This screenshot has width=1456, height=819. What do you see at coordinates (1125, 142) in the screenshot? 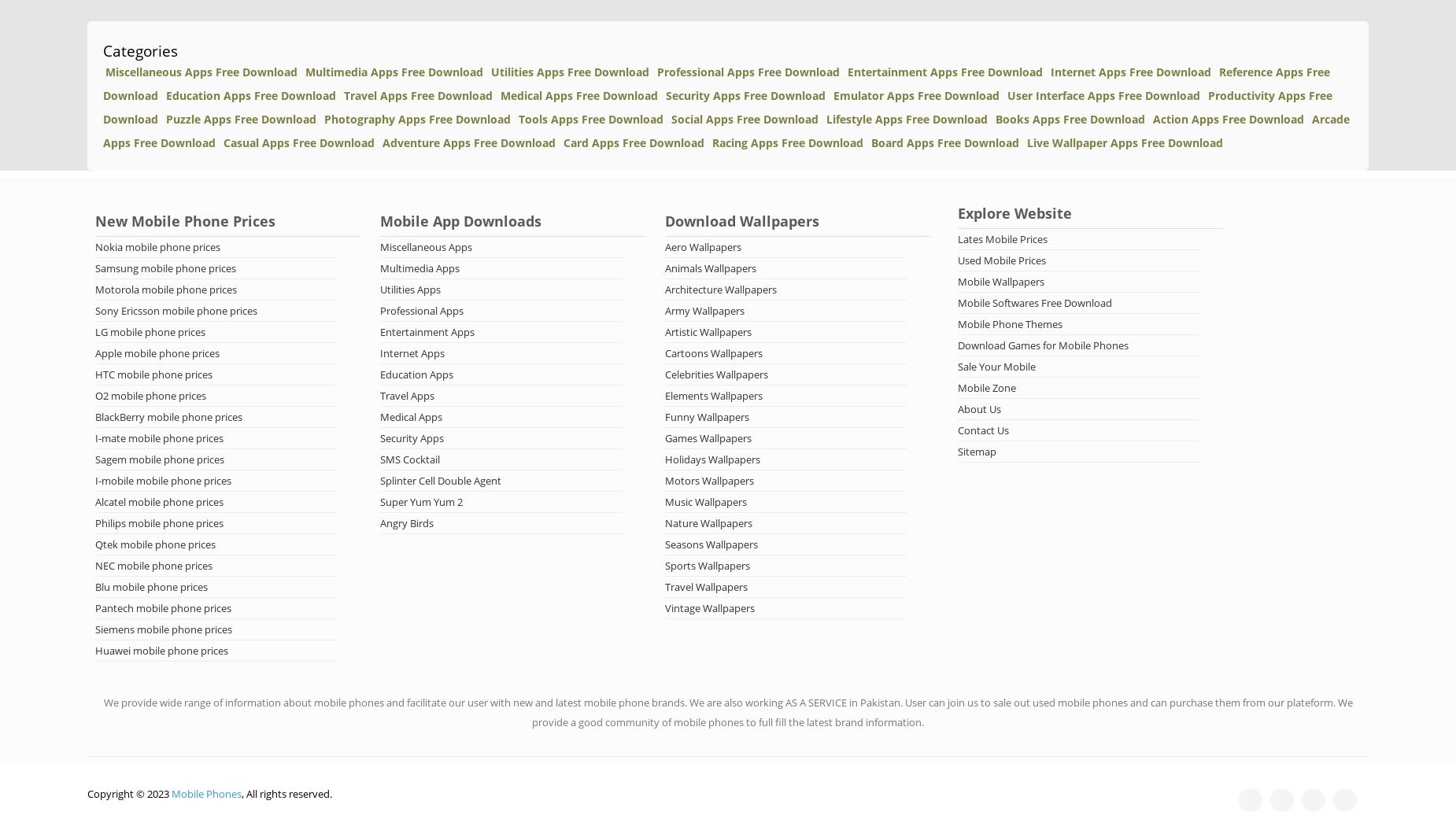
I see `'Live Wallpaper Apps Free Download'` at bounding box center [1125, 142].